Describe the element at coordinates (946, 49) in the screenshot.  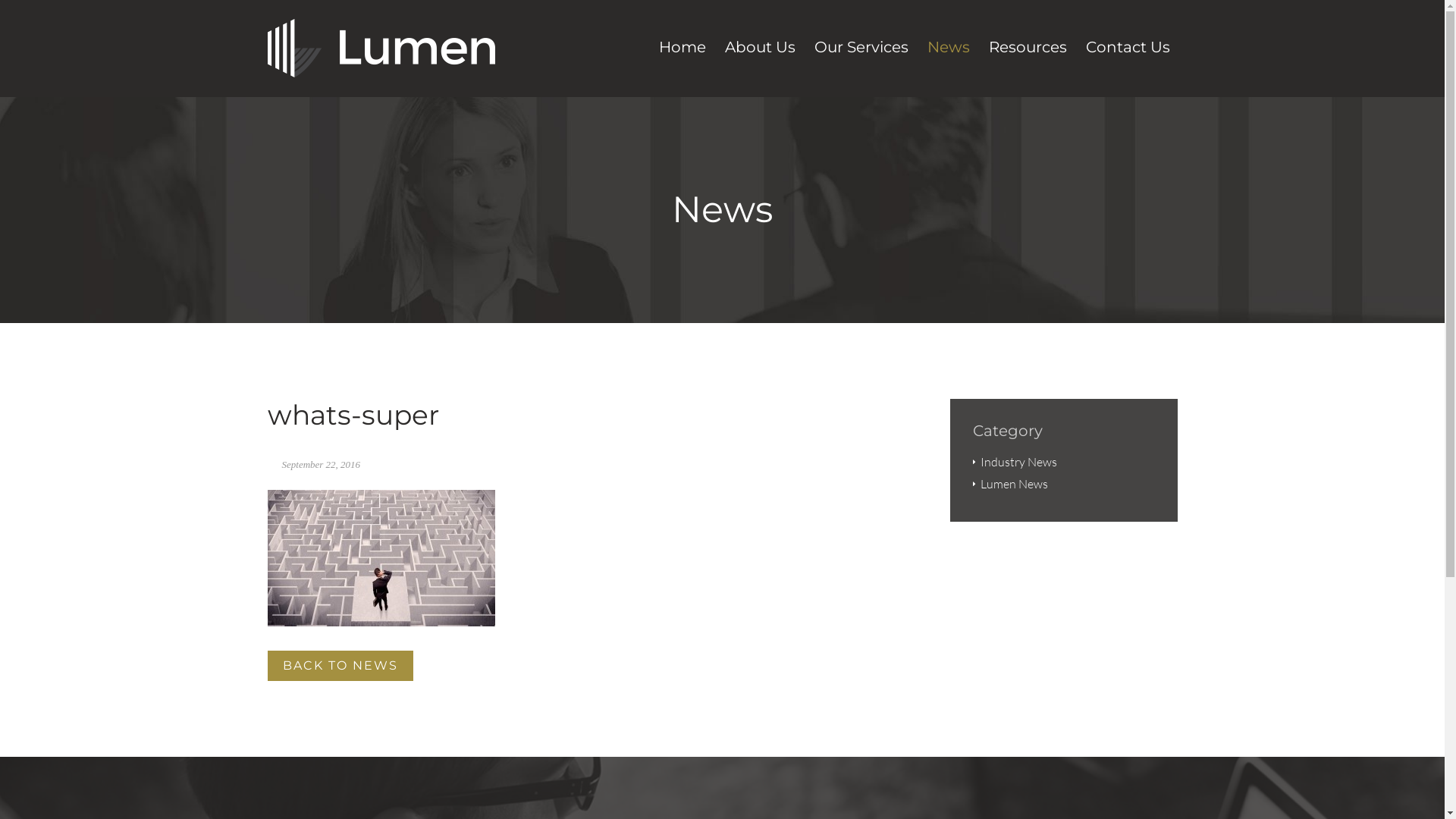
I see `'News'` at that location.